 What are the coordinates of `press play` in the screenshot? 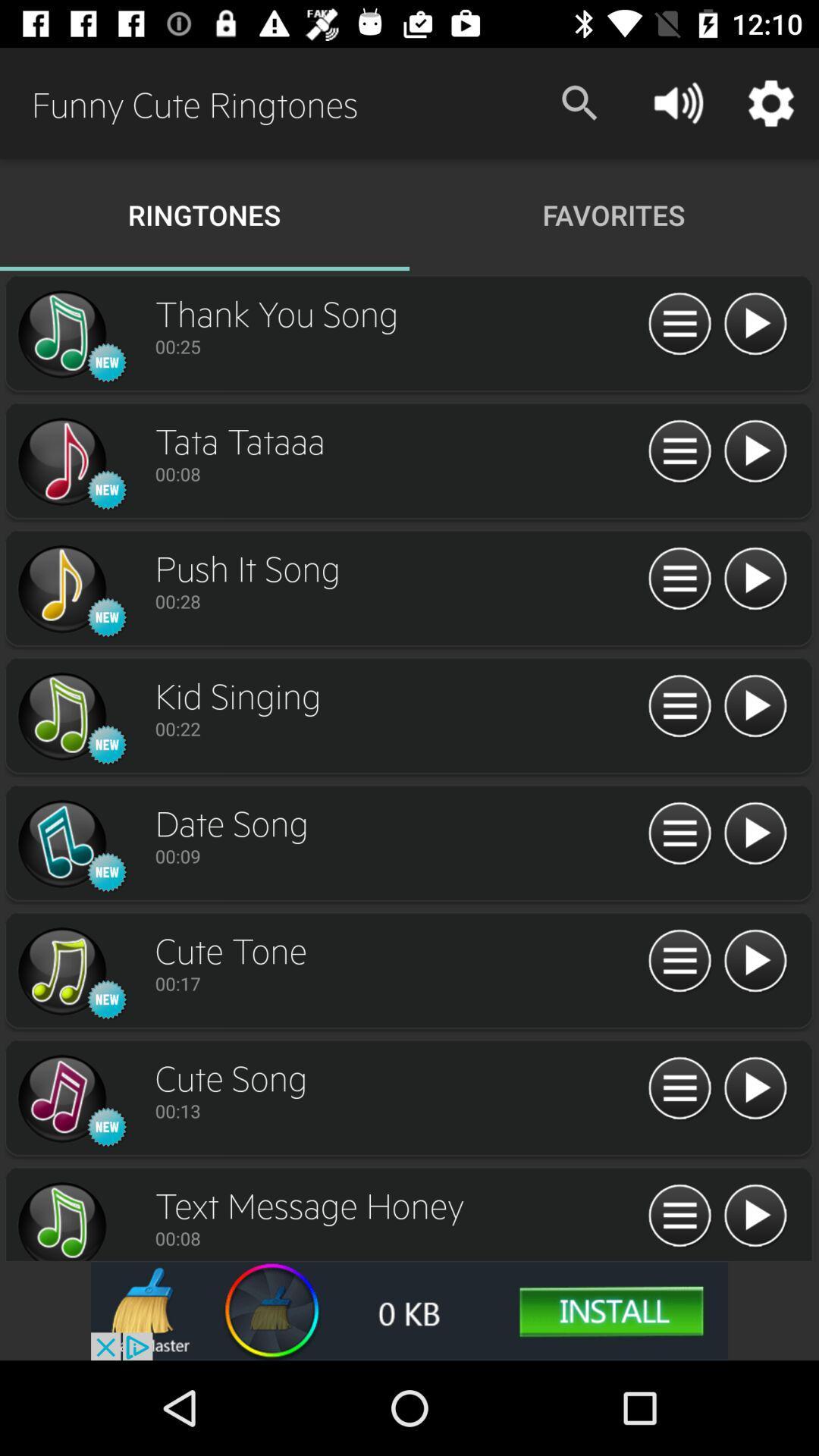 It's located at (755, 833).